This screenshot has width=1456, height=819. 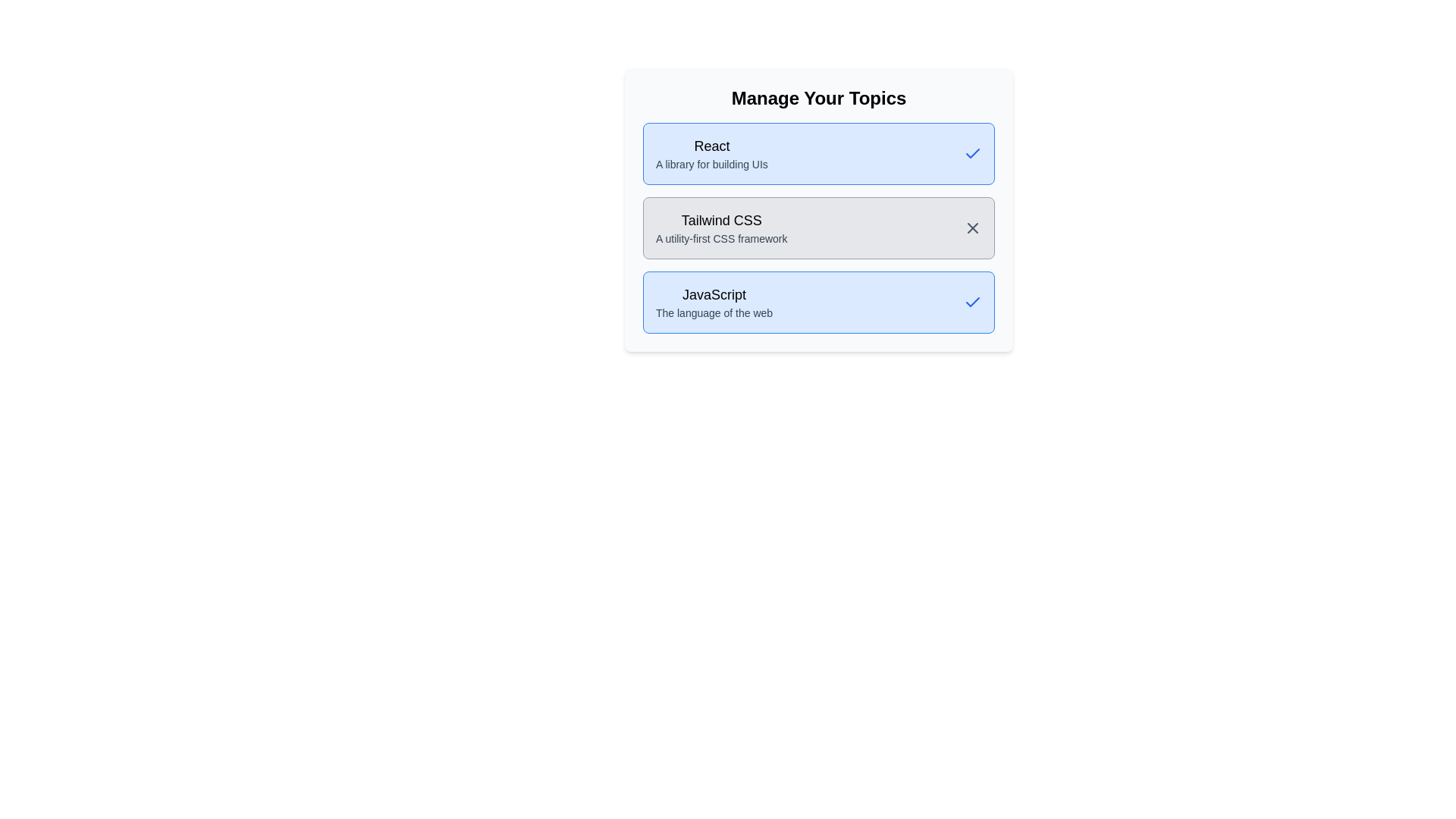 What do you see at coordinates (818, 302) in the screenshot?
I see `the tag labeled JavaScript` at bounding box center [818, 302].